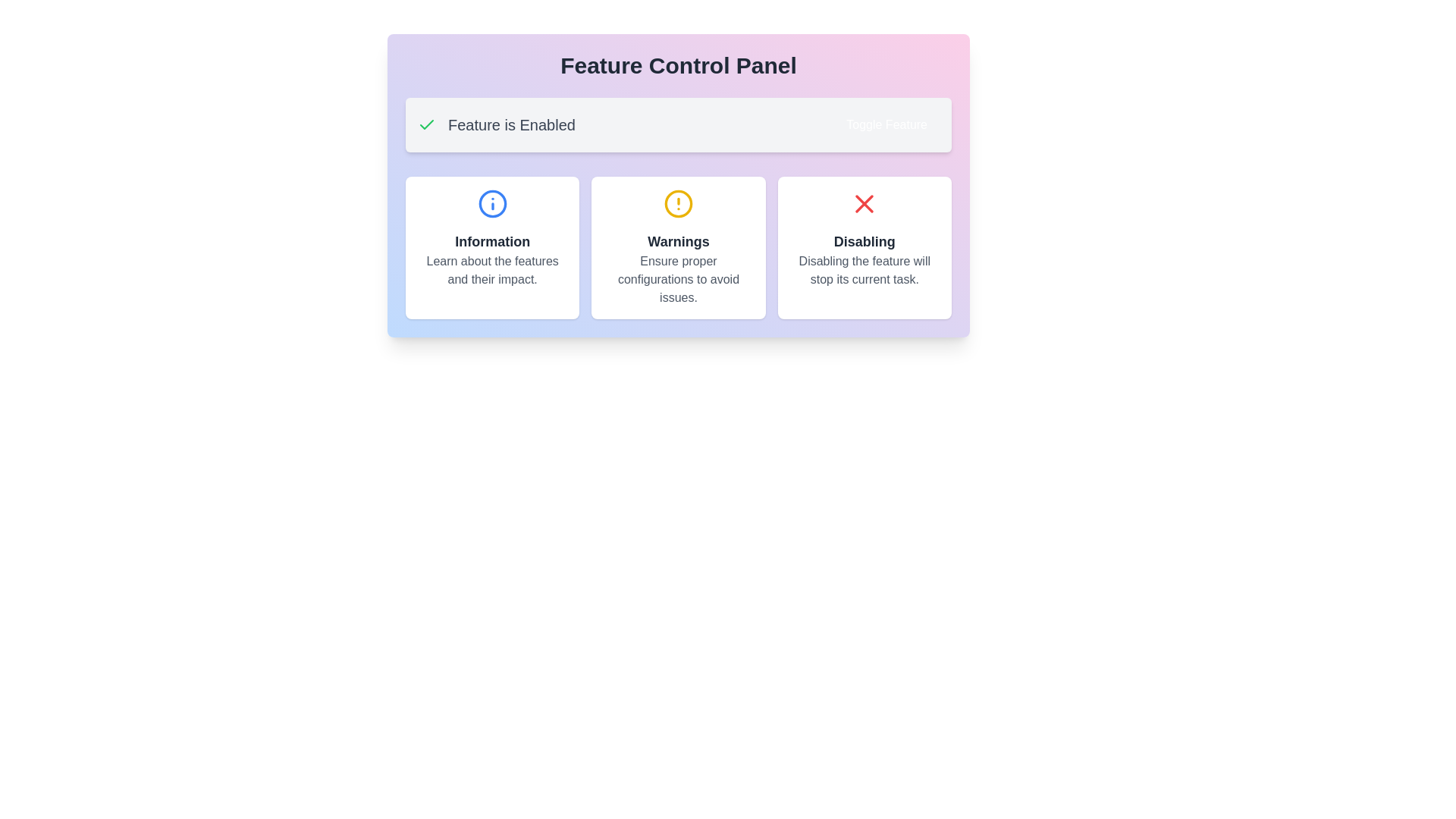 Image resolution: width=1456 pixels, height=819 pixels. What do you see at coordinates (492, 241) in the screenshot?
I see `the bold and large-sized text labeled 'Information', which is dark gray and styled prominently as a title, located in the leftmost block of three horizontally aligned sections` at bounding box center [492, 241].